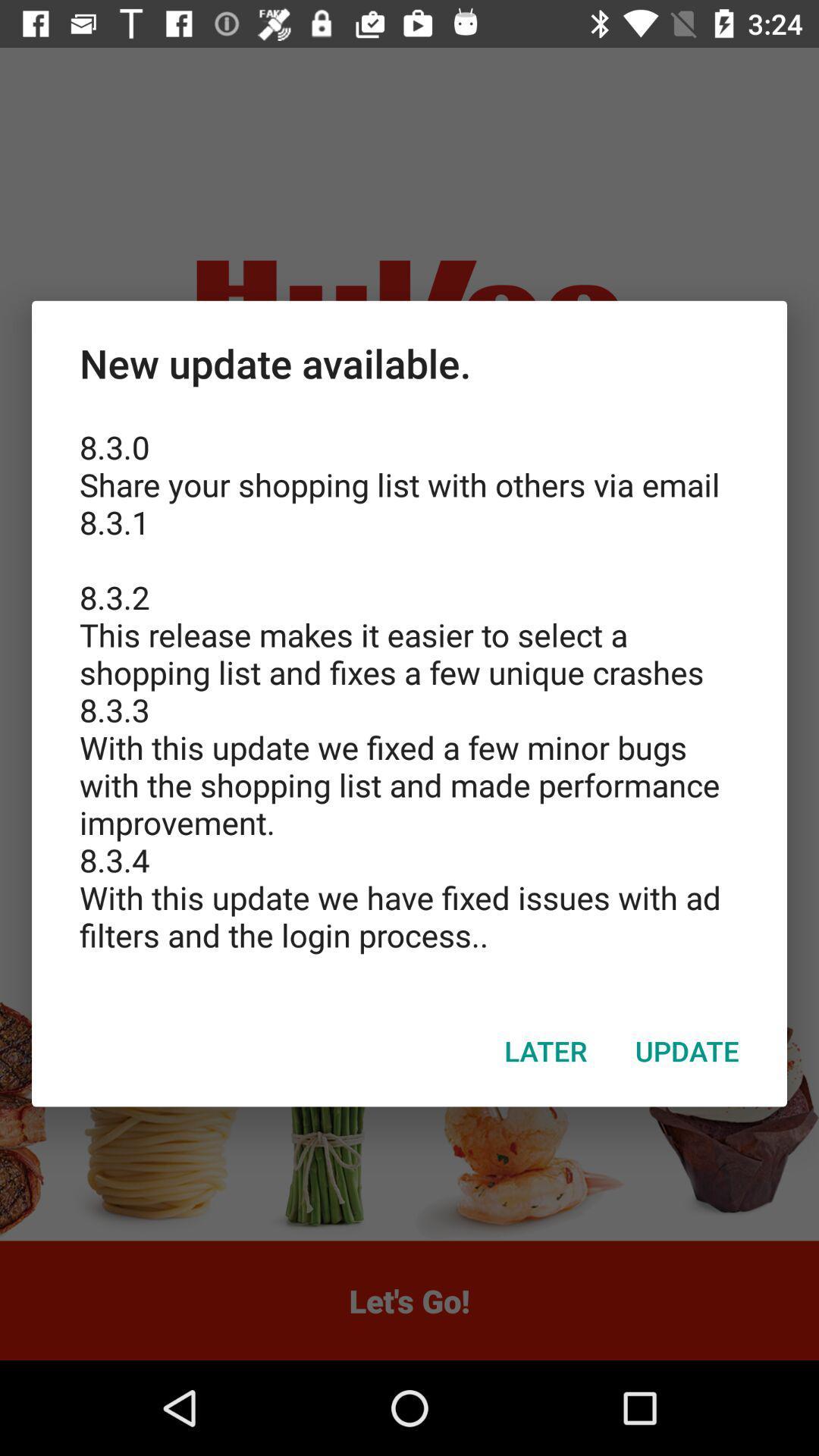  What do you see at coordinates (546, 1050) in the screenshot?
I see `later item` at bounding box center [546, 1050].